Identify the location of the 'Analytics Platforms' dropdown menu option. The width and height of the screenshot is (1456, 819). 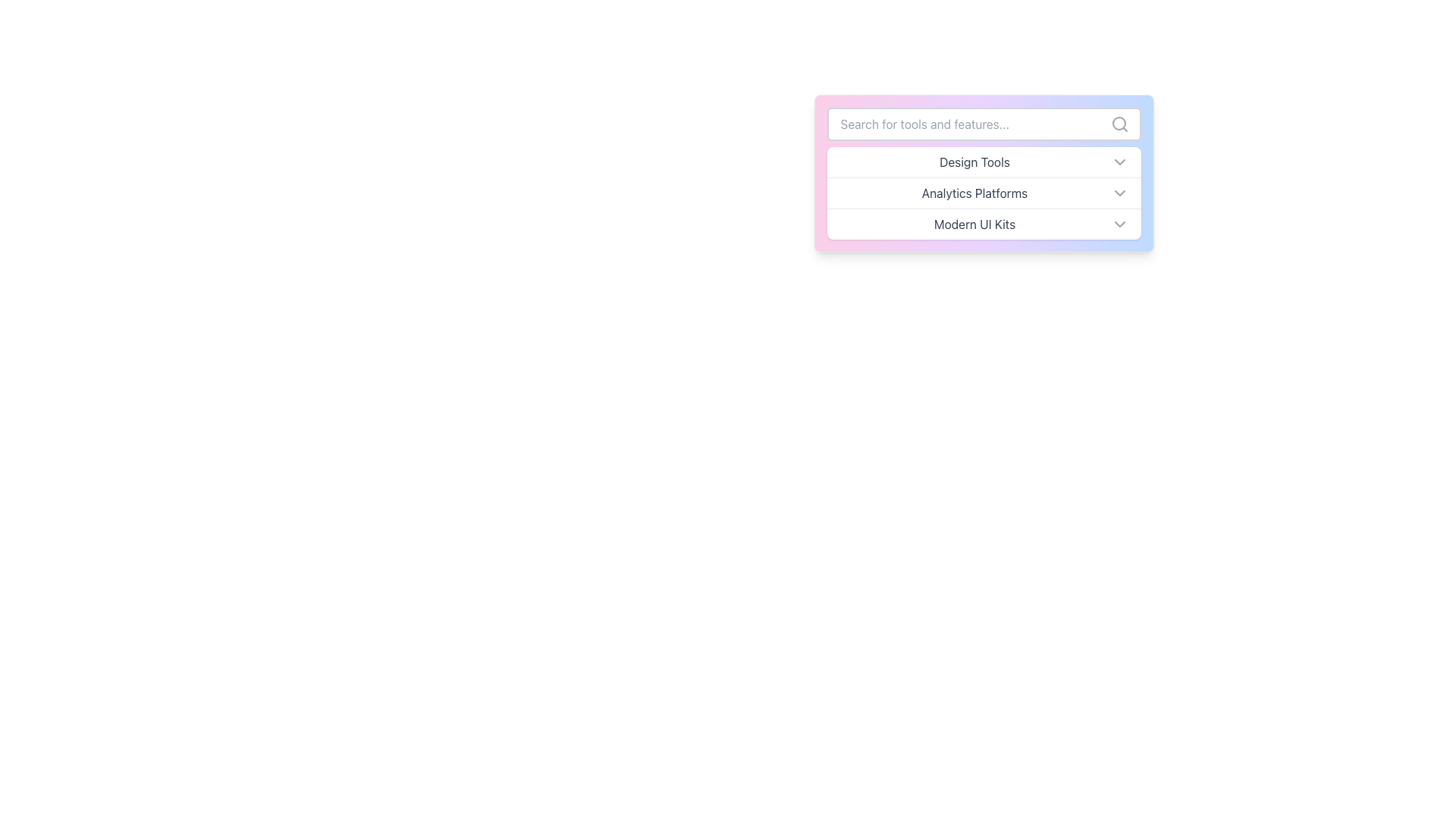
(984, 192).